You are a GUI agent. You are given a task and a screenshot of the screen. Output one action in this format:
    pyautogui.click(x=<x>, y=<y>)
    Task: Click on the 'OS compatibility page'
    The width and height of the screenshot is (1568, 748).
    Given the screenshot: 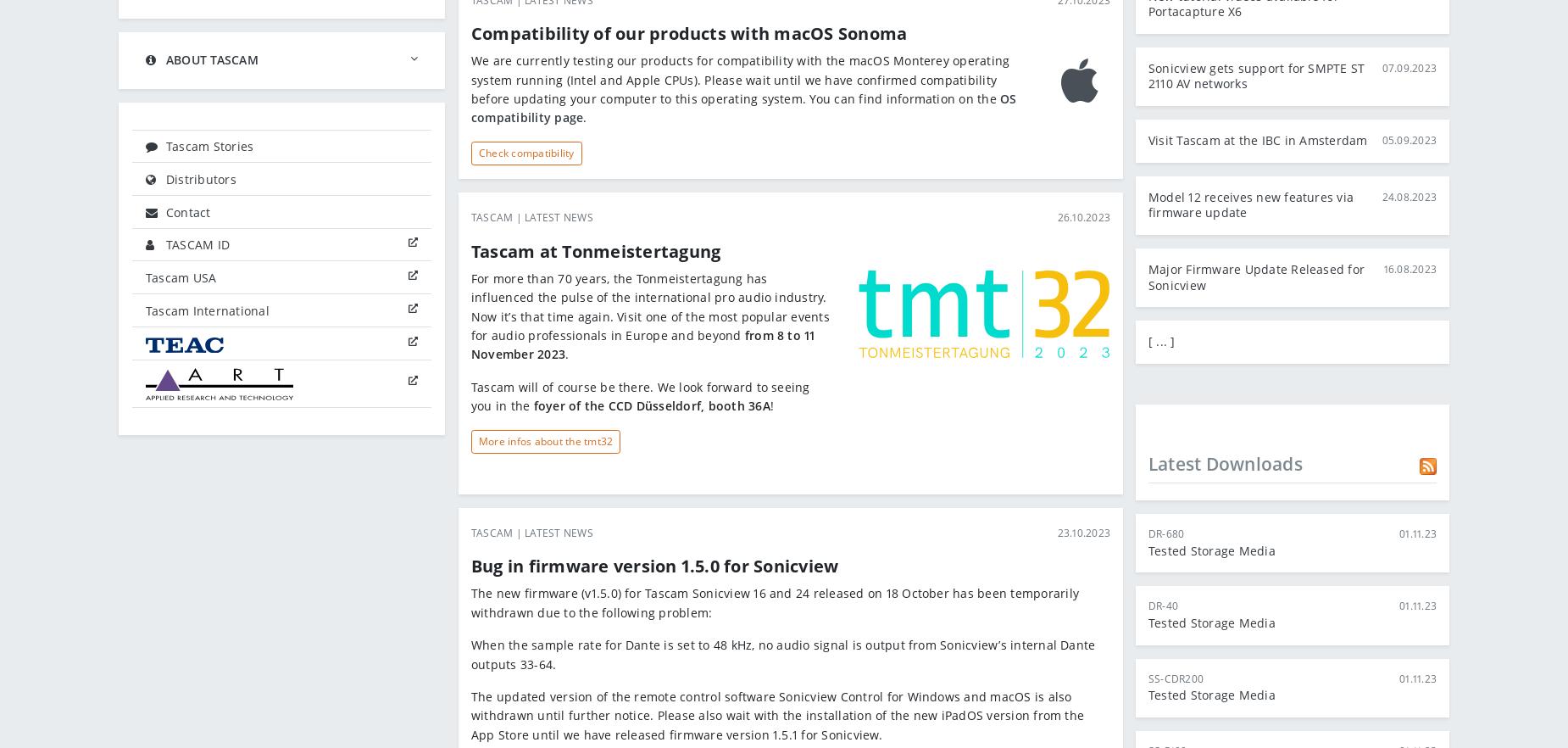 What is the action you would take?
    pyautogui.click(x=743, y=108)
    